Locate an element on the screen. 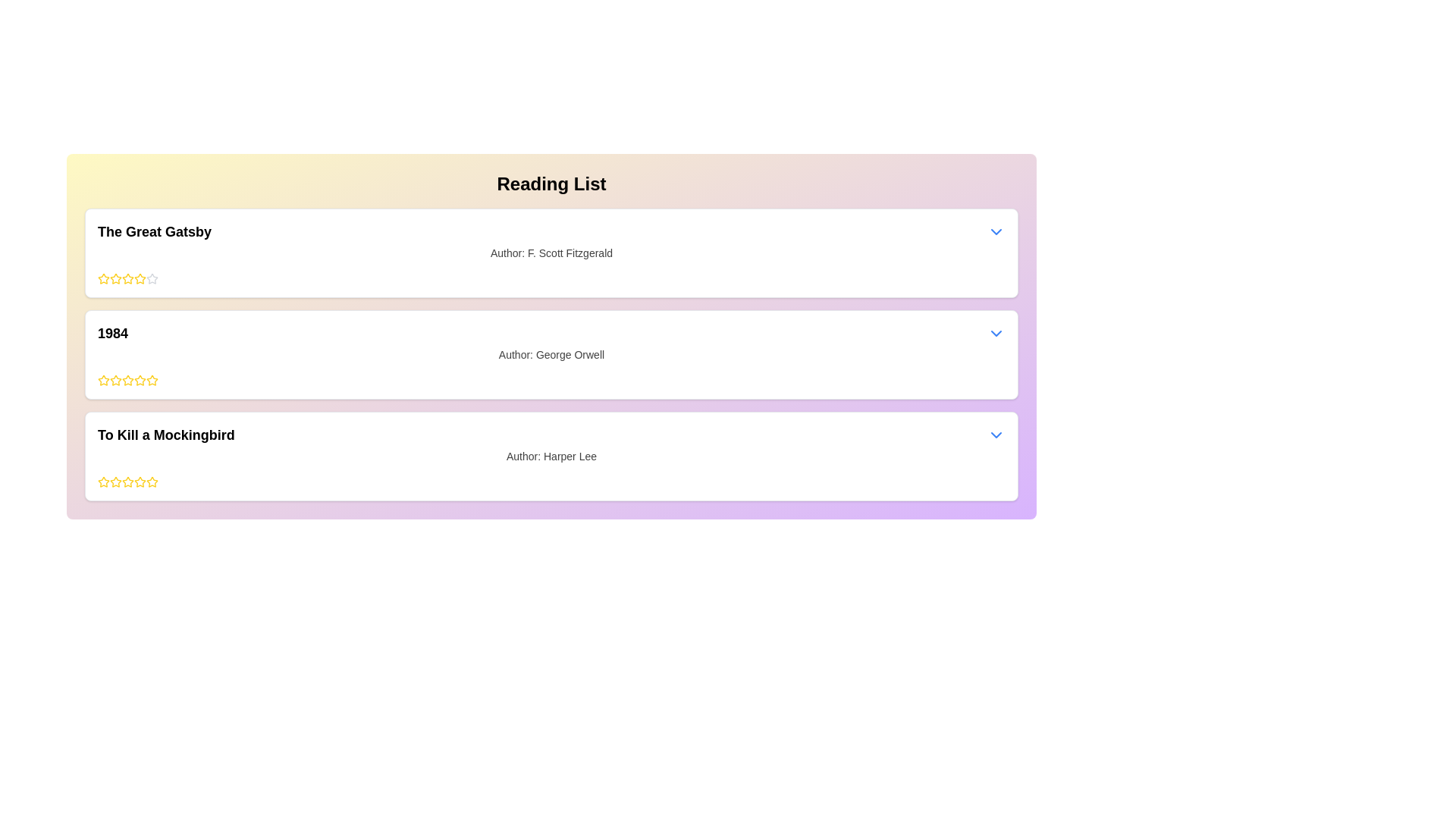 This screenshot has height=819, width=1456. text content of the textual header that serves as the title for the reading list, located at the top of the component is located at coordinates (551, 184).